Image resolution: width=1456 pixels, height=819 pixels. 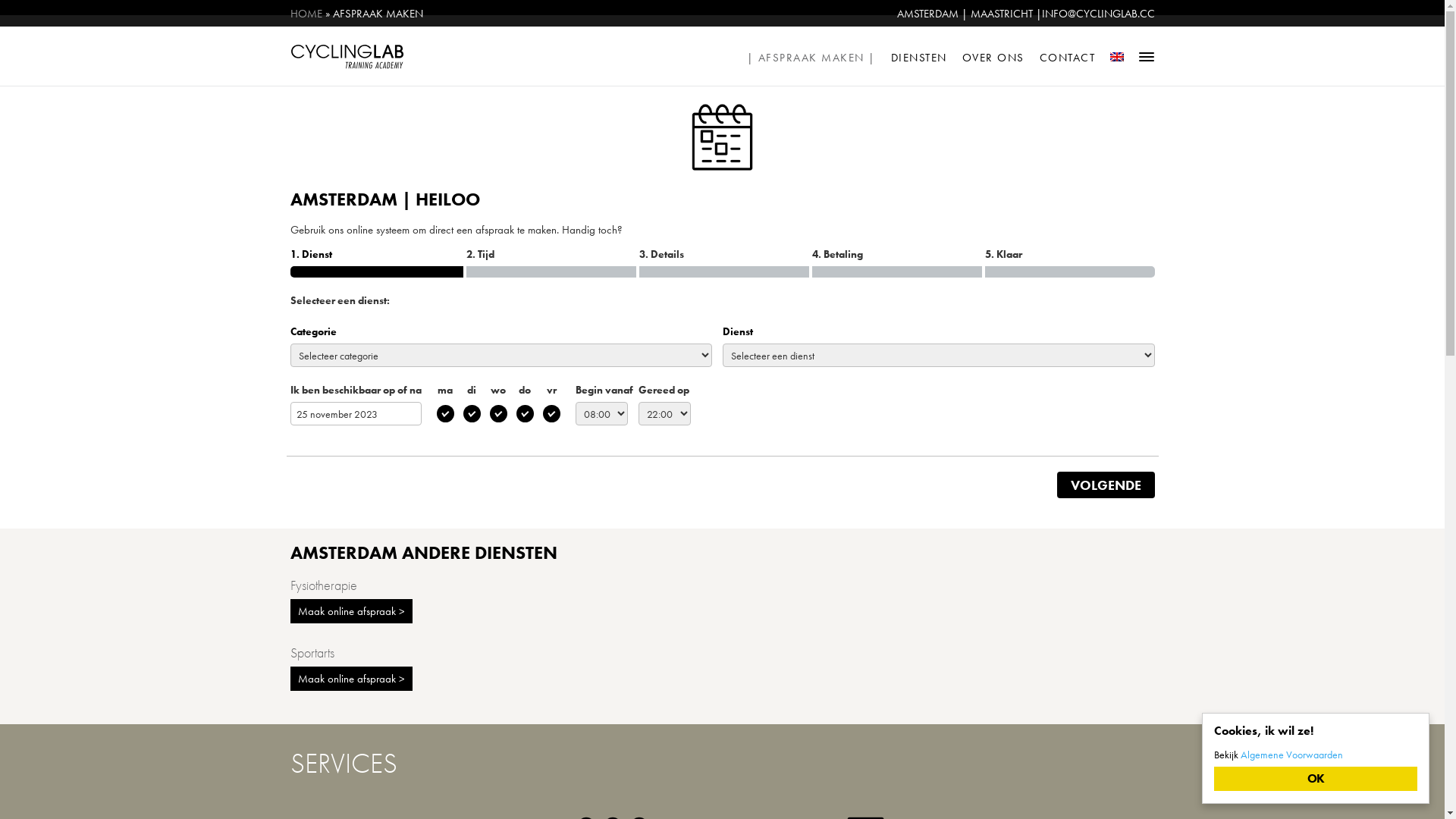 I want to click on 'HOME', so click(x=305, y=14).